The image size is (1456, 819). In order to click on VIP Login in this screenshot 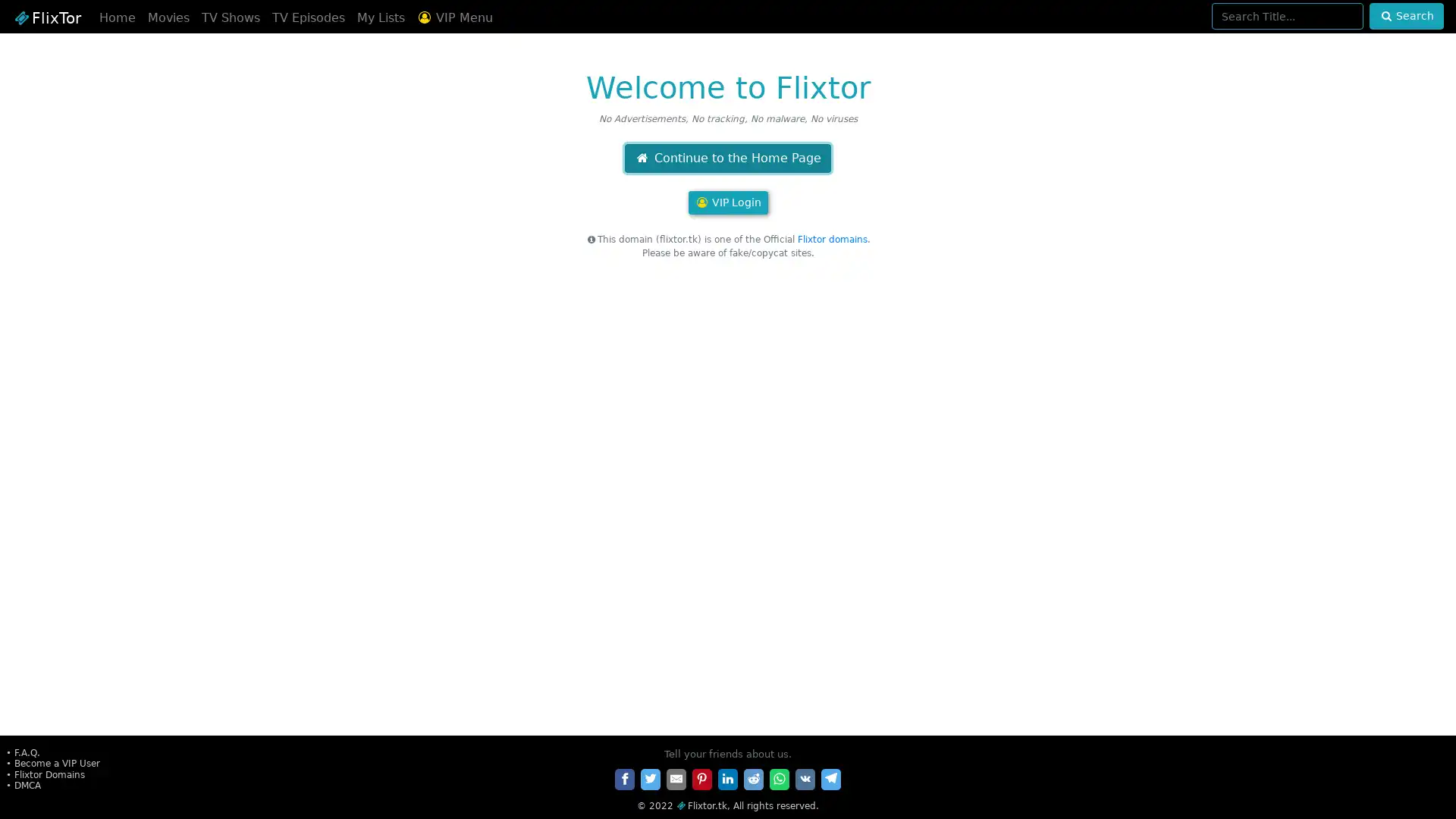, I will do `click(726, 202)`.